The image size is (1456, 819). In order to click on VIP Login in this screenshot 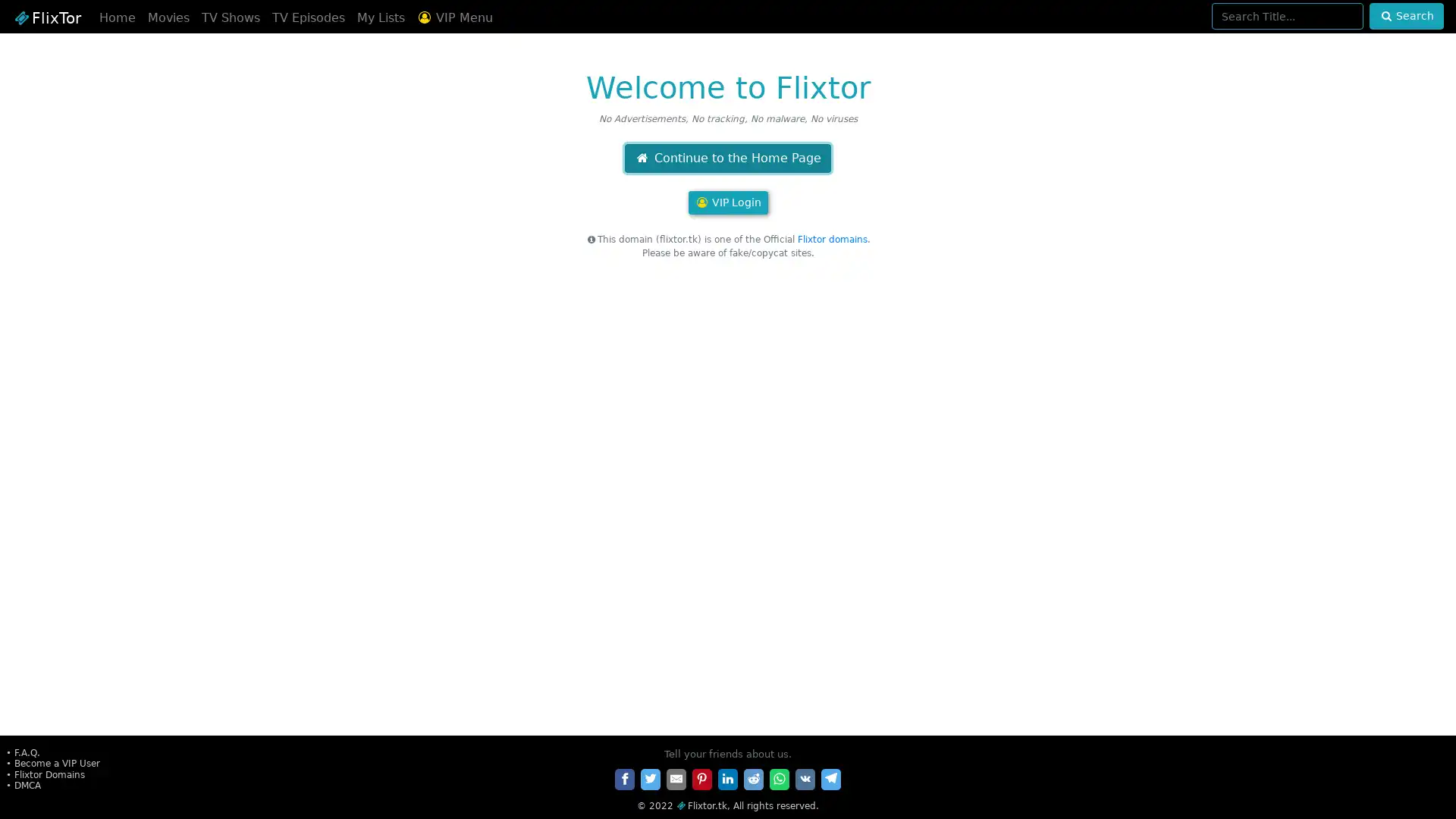, I will do `click(726, 202)`.